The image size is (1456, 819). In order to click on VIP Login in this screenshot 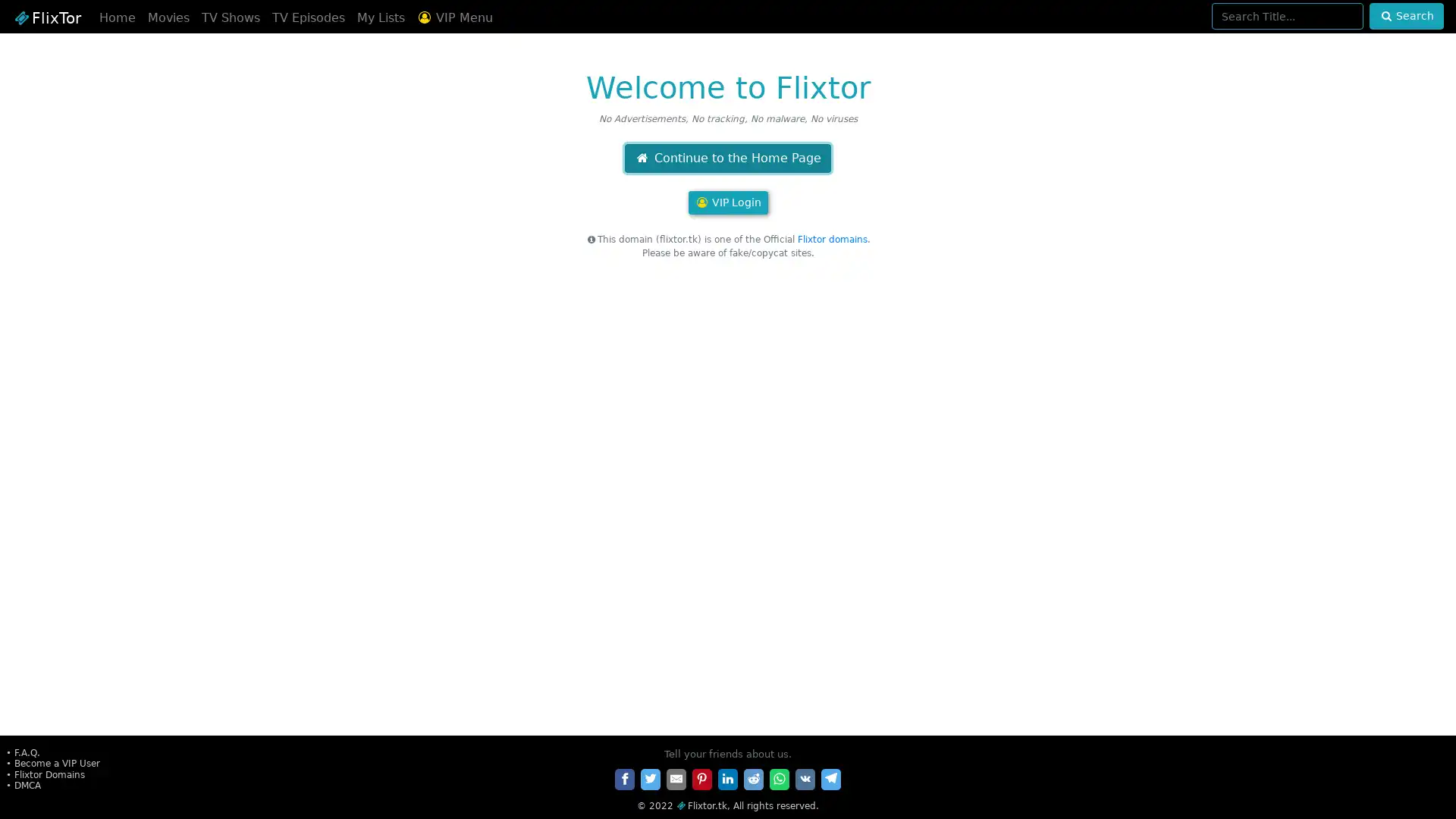, I will do `click(726, 202)`.